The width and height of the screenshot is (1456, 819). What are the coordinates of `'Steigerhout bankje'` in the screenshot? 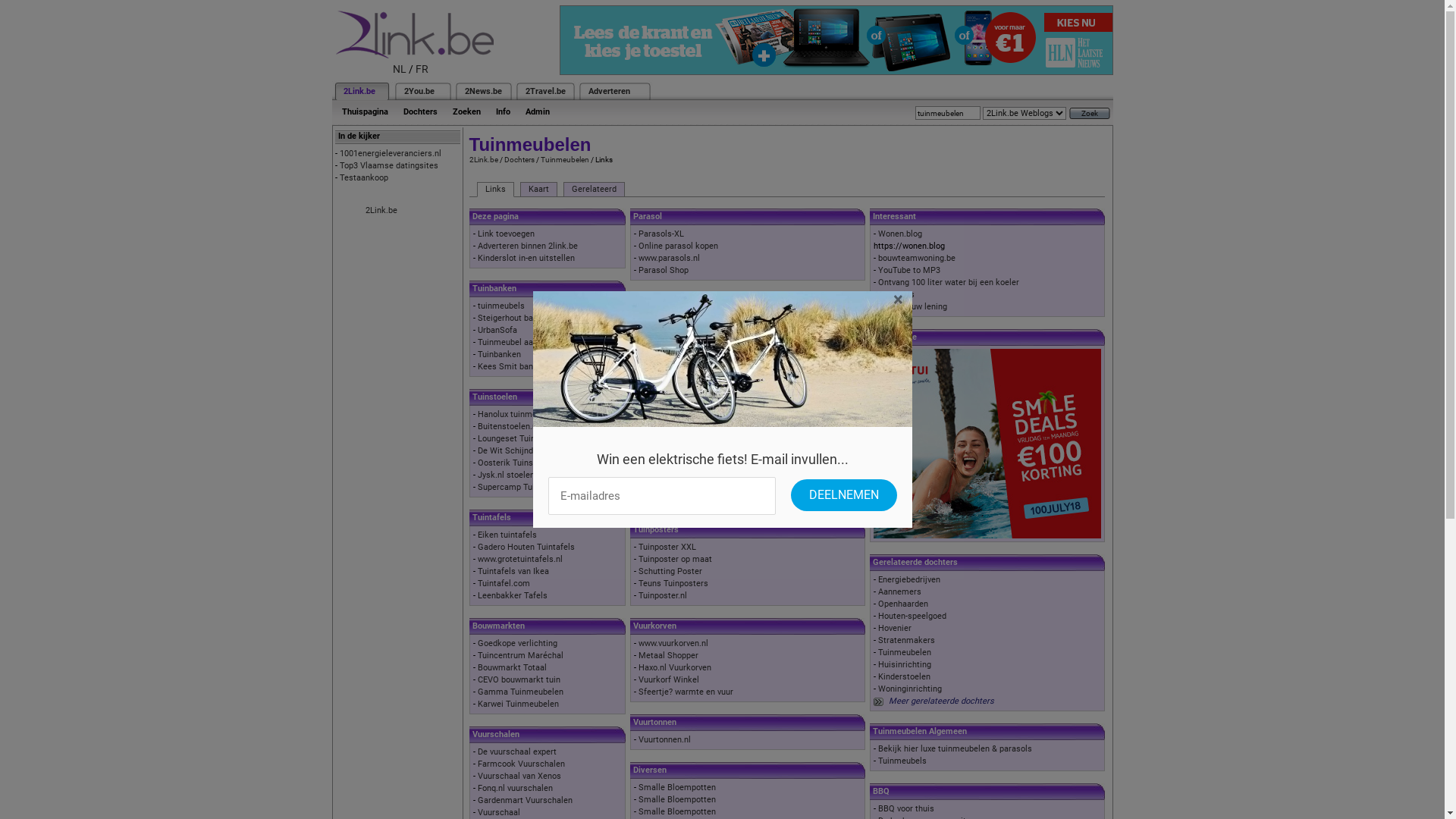 It's located at (476, 317).